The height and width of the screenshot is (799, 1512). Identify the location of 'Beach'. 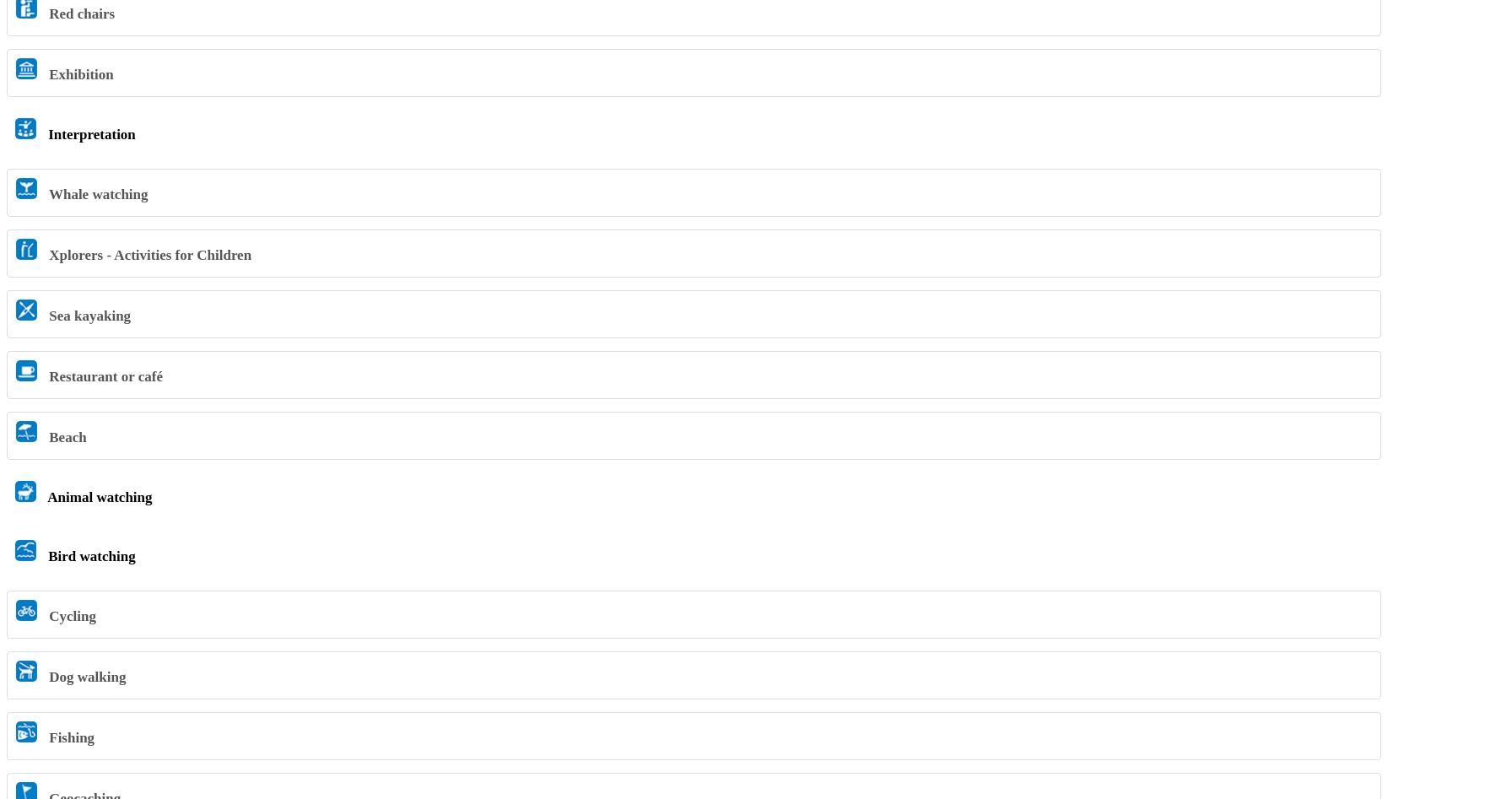
(65, 435).